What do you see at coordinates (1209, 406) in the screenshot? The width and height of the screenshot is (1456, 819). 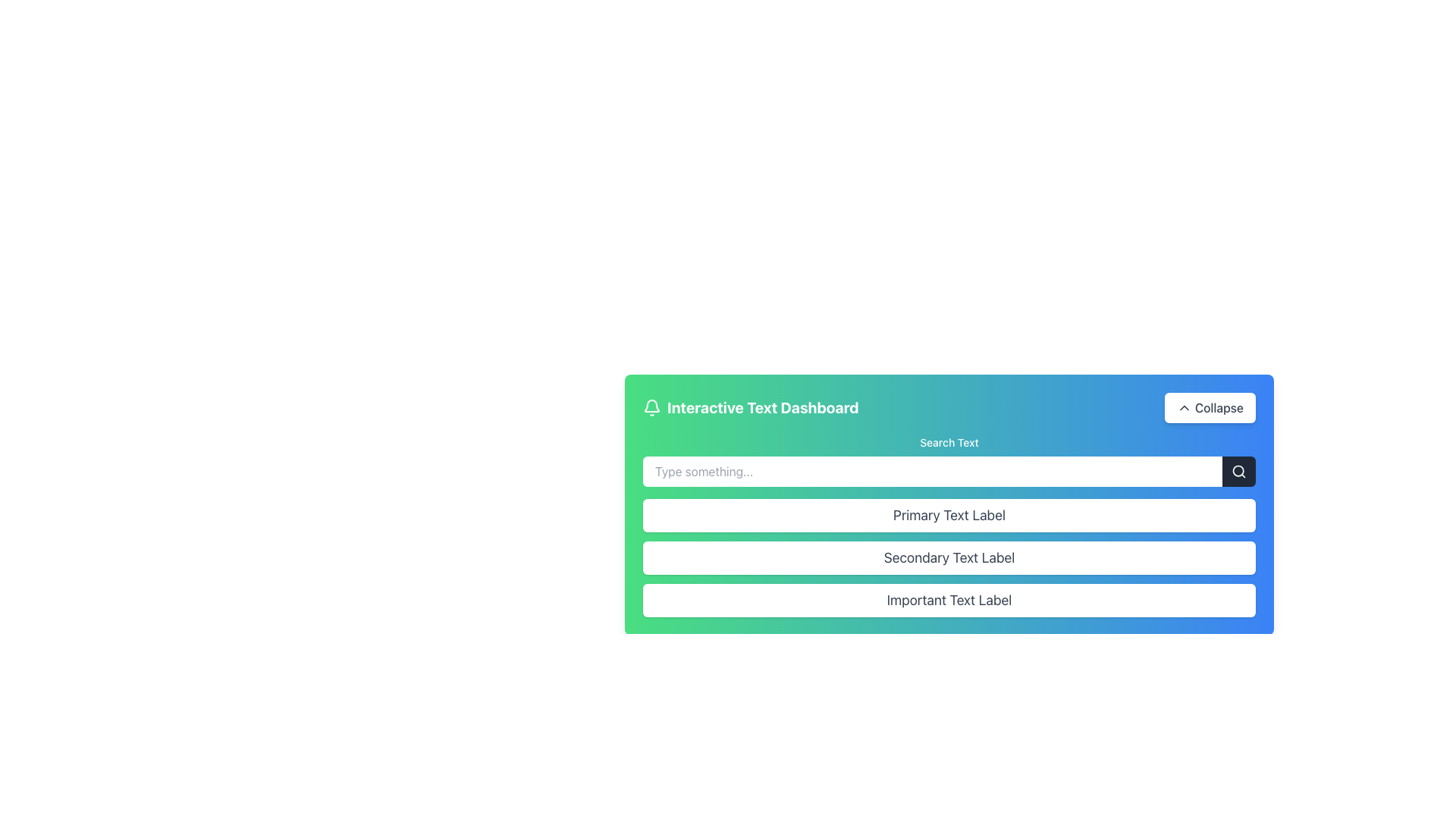 I see `the collapse button located at the top-right corner of the interface, next to 'Interactive Text Dashboard'` at bounding box center [1209, 406].